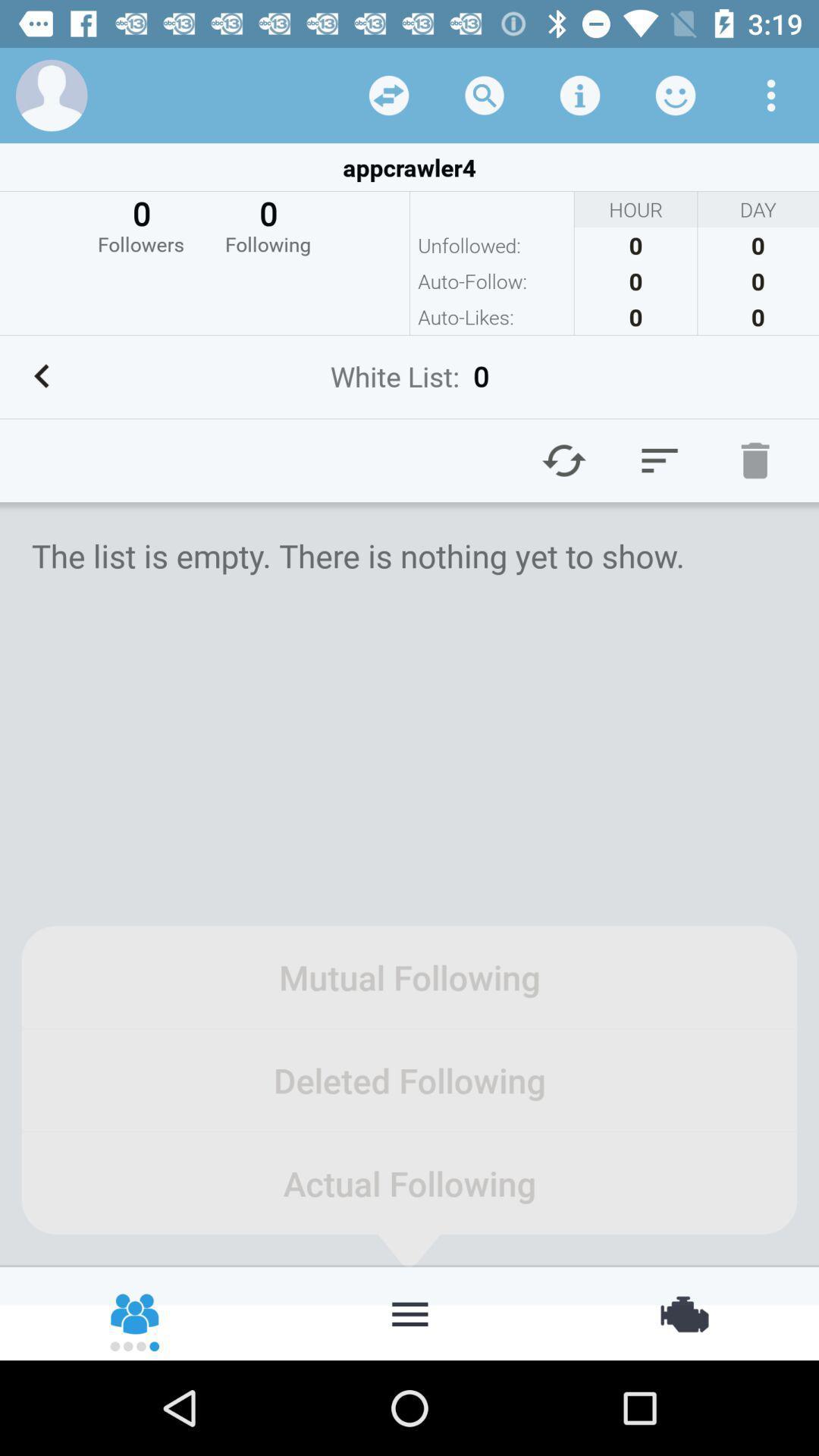 This screenshot has height=1456, width=819. What do you see at coordinates (388, 94) in the screenshot?
I see `expand` at bounding box center [388, 94].